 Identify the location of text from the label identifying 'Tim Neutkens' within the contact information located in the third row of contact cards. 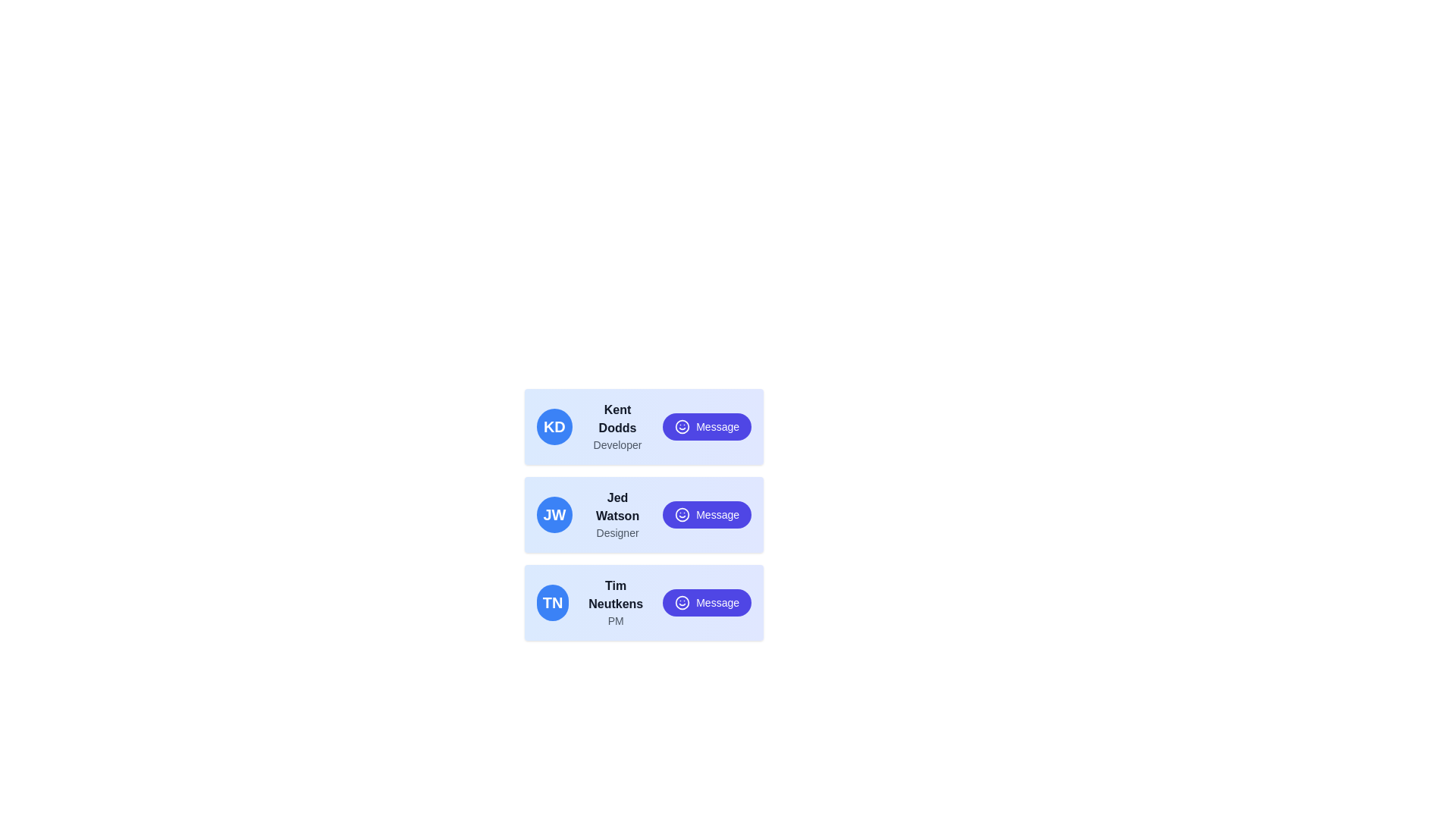
(616, 595).